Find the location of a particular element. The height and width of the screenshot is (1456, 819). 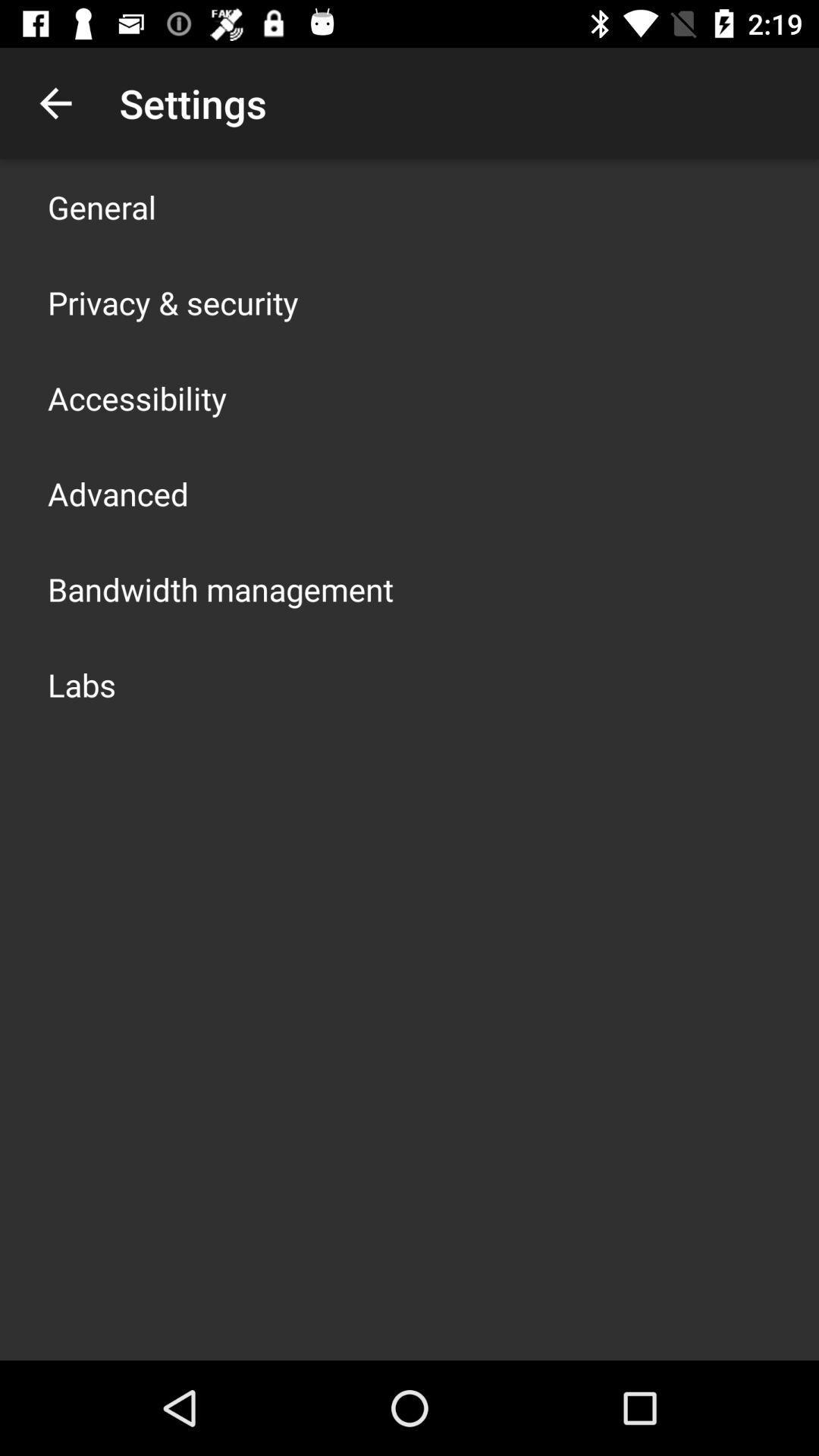

the accessibility item is located at coordinates (137, 397).